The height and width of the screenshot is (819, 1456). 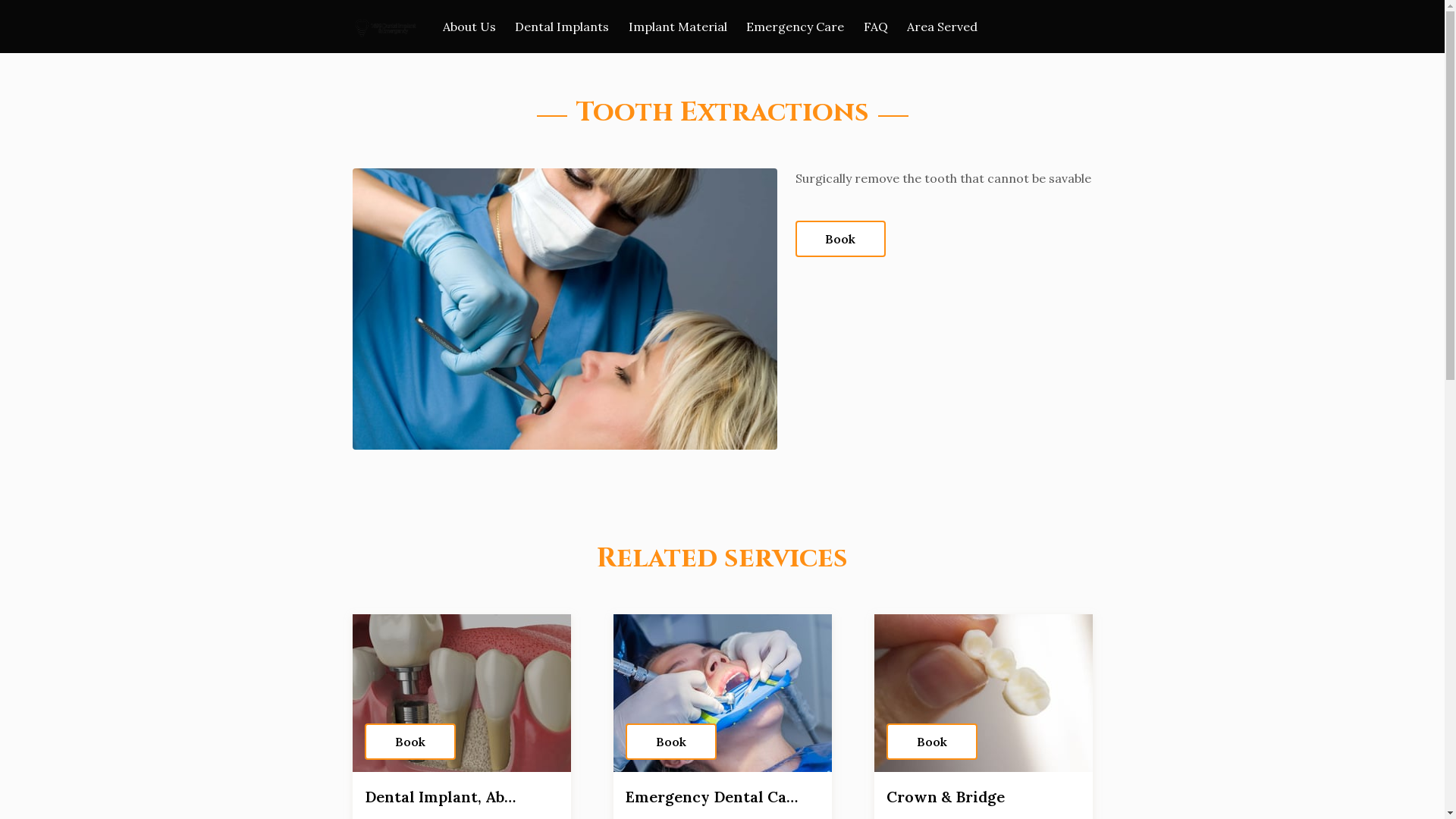 I want to click on 'Dental Implants', so click(x=560, y=26).